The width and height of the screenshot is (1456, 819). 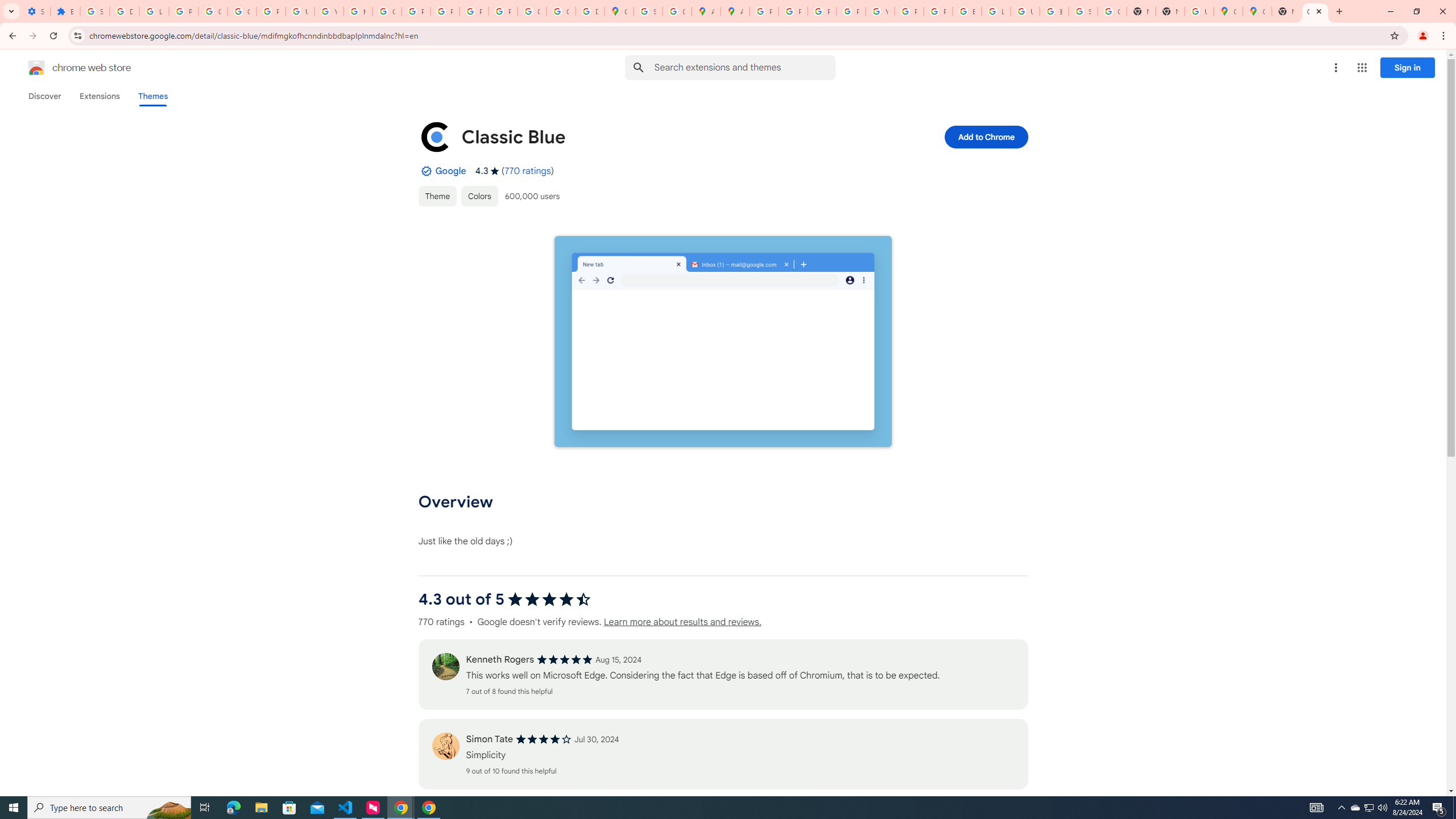 What do you see at coordinates (744, 67) in the screenshot?
I see `'Search input'` at bounding box center [744, 67].